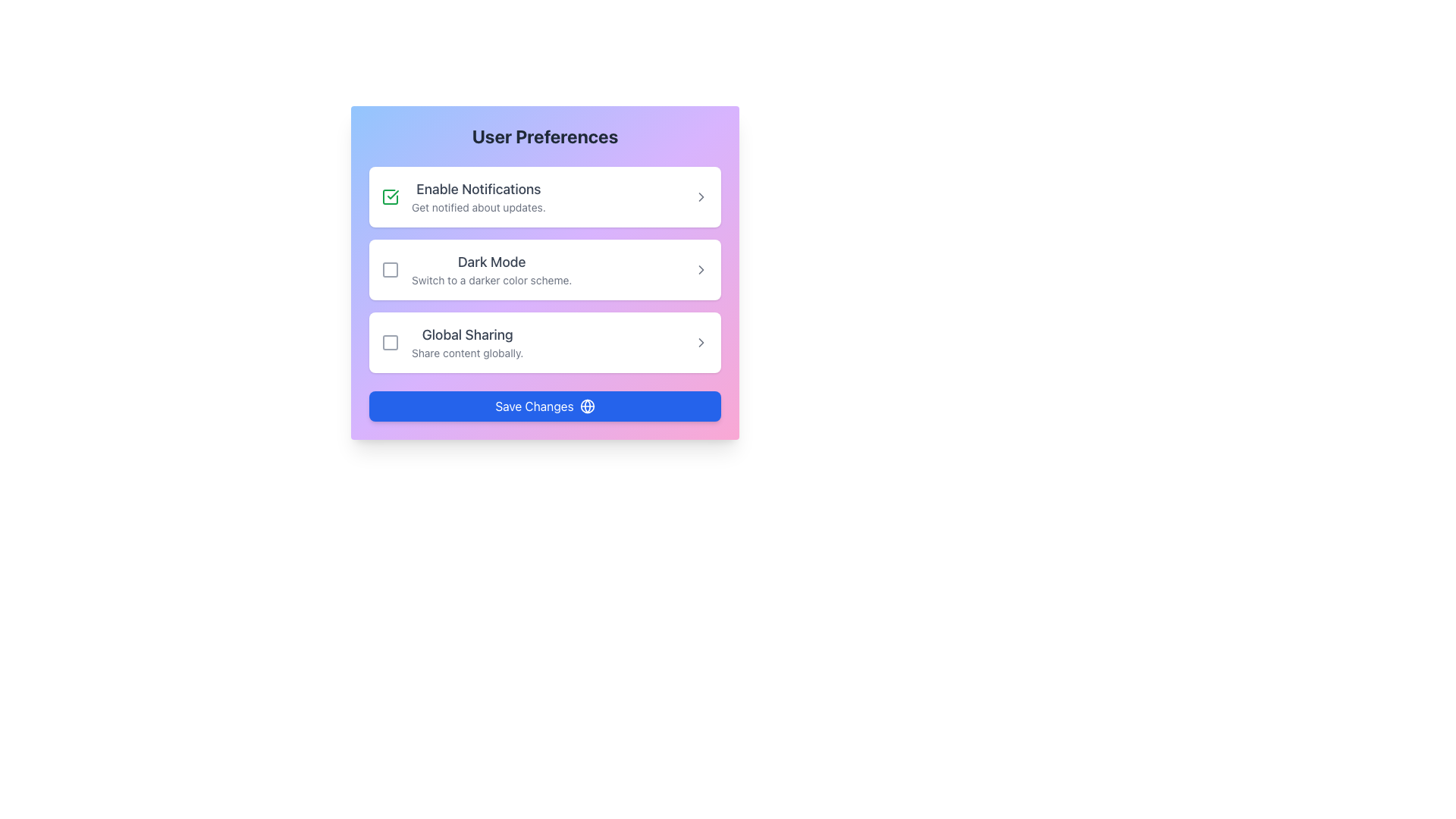 This screenshot has width=1456, height=819. I want to click on the 'Global Sharing' option in the User Preferences list, so click(451, 342).